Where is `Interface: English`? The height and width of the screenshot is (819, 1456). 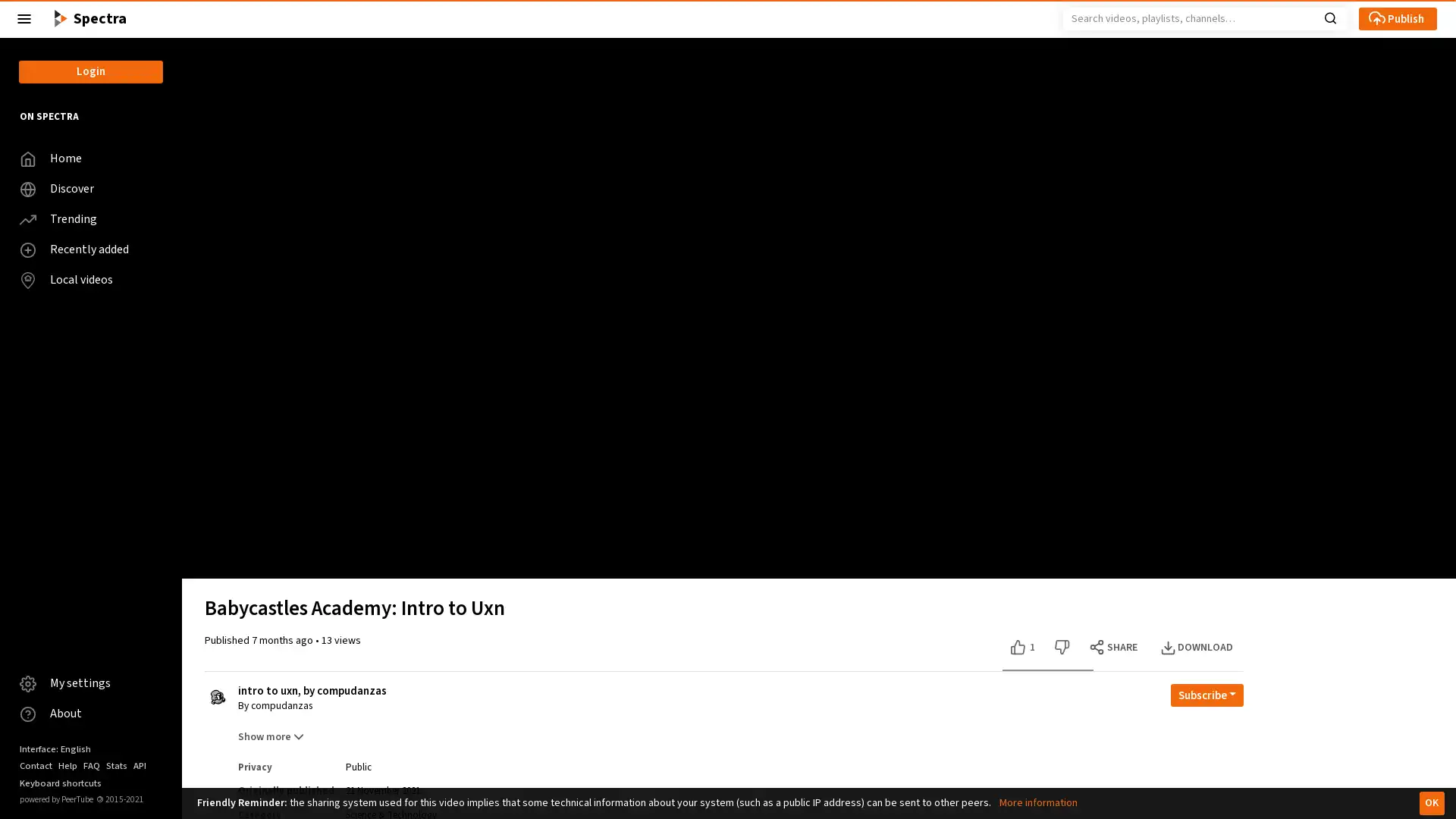 Interface: English is located at coordinates (55, 748).